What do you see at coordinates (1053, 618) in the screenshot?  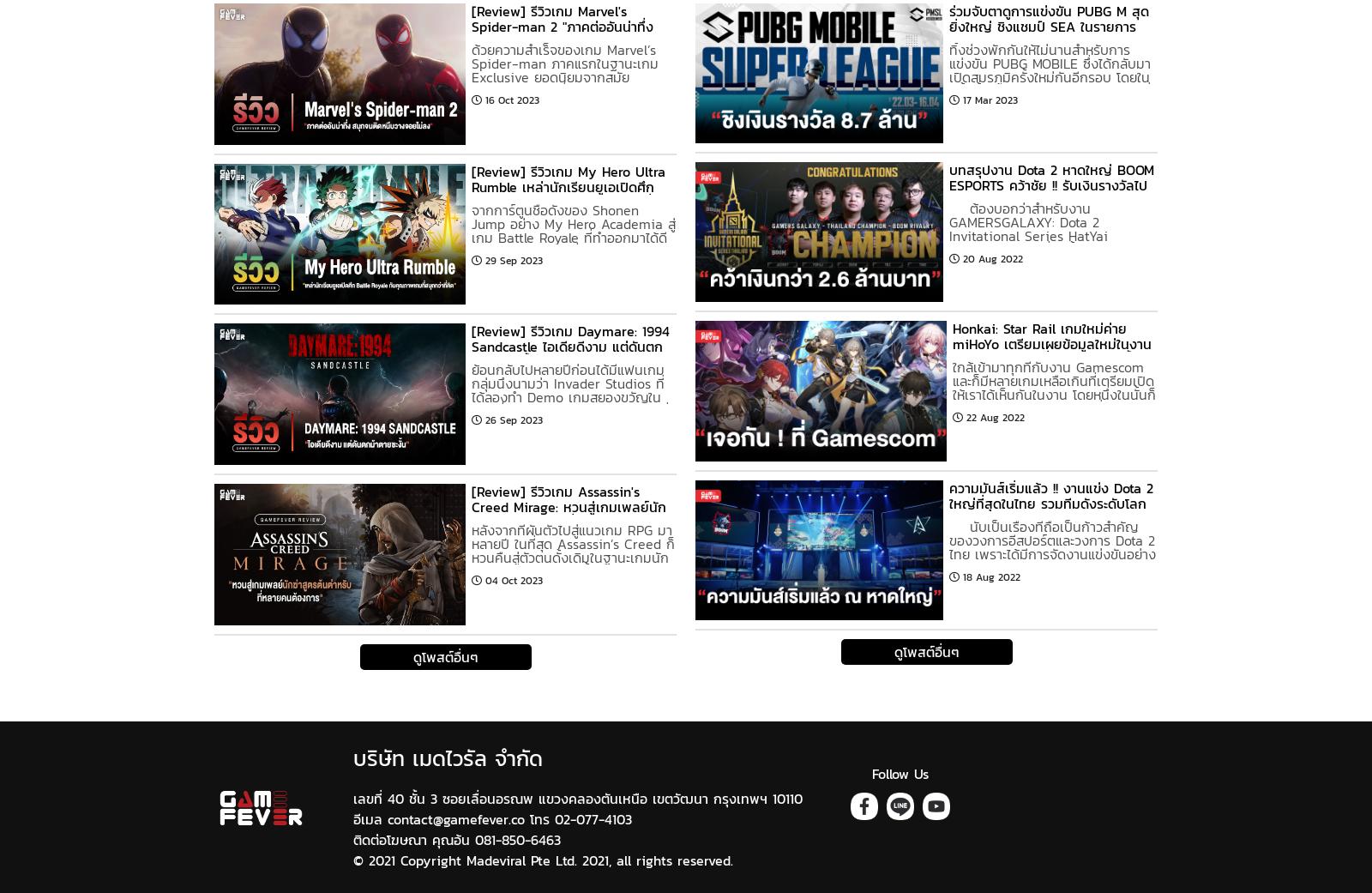 I see `'ใกล้เข้ามาทุกทีกับงาน Gamescom และก็มีหลายเกมเหลือเกินที่เตรียมเปิดให้เราได้เห็นกันในงาน โดยหนึ่งในนั้นก็มาจากค่ายเกม miHOYO ที่พัฒนาเกมดาวรุ่งไว้มากมายอย่าง Honkai Impact, Genshin Impact และอื่น ๆ เอง ก็เตรียมขนขบวนยกเกมสดใหม่ชื่อ Honkai: Star Rail มาเปิดตัวในงานนี้นั่นเองจากข้อมูลตัวเกมช่วงปีที่ผ่านมาได้กล่าวเอาไว้ว่า Honkai: Star Rail จะเป็นเกมวางแผนระบบ RPG เล่นฟรีในธีมไซไฟ อ้างอิงเนื้อเรื่องจักรวาลเดียวกับซีรีส์ Honkai วางแผนเปิดให้เล่นในแพลตฟอร์ม Android, iOS และ PC ก็ไม่ได้มีข้อมูลอะไรเพิ่มอีก แต่ไม่นานนี้ พิธีกรของงาน Geoff Keighley ก็ได้ออกมาลงข้อความทวิตเตอร์แจ้งข่าวเหมือนกับที่เขาลงเกมอื่น ๆ ว่าตัว Honkai: Star Rail จะเผยข้อมูลตัวใหม่ในงาน Gamescom ให้เราได้เข้าถึงตัวเกมและปูมหลังตัวละครกันได้มากขึ้นกว่าเดิมจากคำกล่าวข้างต้นก็เป็นไปได้ว่านอกจากจะมีการเปิดเผยตัวอย่างใหม่ของเกมแล้ว ทาง Honkai: Star Rail ก็อาจจะเผยเกมเพลย์บางส่วนให้เราได้ชม รวมไปถึงวันที่เราจะสามารถดาวน์โหลดเล่นเช่นกัน ทั้งนี้ miHOYO ก็ยังมีเกม Zenless Zone Zero ที่เพิ่งปิด CBT ไปจ่อเปิดให้เล่นอีกตัวเหมือนกัน แหม เป็นเวลานาทีทองของค่ายนี้ นับจากที่ประสบความสำเร็จจากเกม Genshin Impact อย่างล้นหลามเสียจริง ดังนั้นหากใครรักและหลงกับคุณภาพเกมค่ายนี้ก็อย่าพลาดรับชมงาน Gamescom ในวันที่ 24 สิงหาคม 2022 นี้เชียวCredit - gamingbolt'` at bounding box center [1053, 618].